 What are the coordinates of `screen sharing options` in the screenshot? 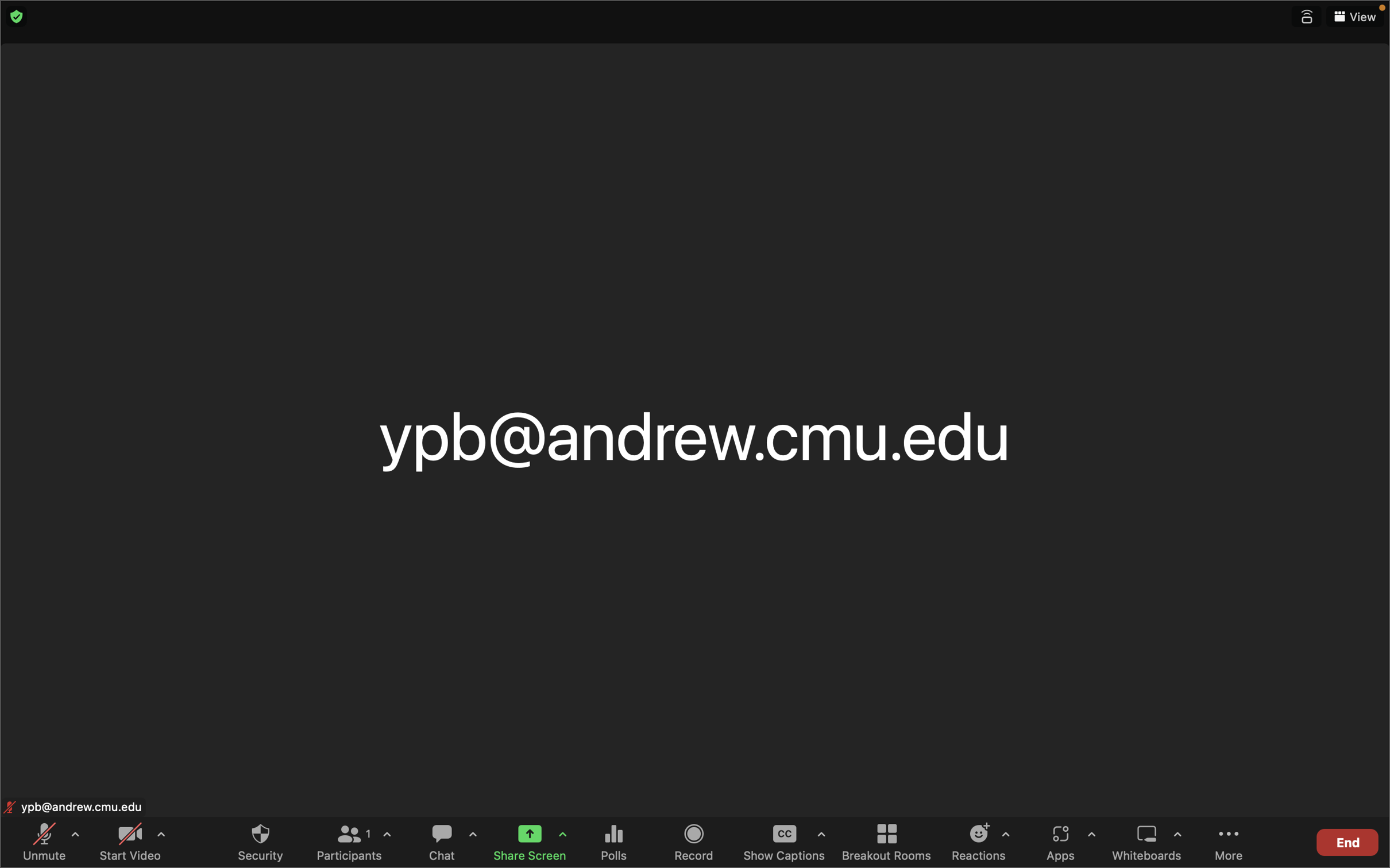 It's located at (562, 836).